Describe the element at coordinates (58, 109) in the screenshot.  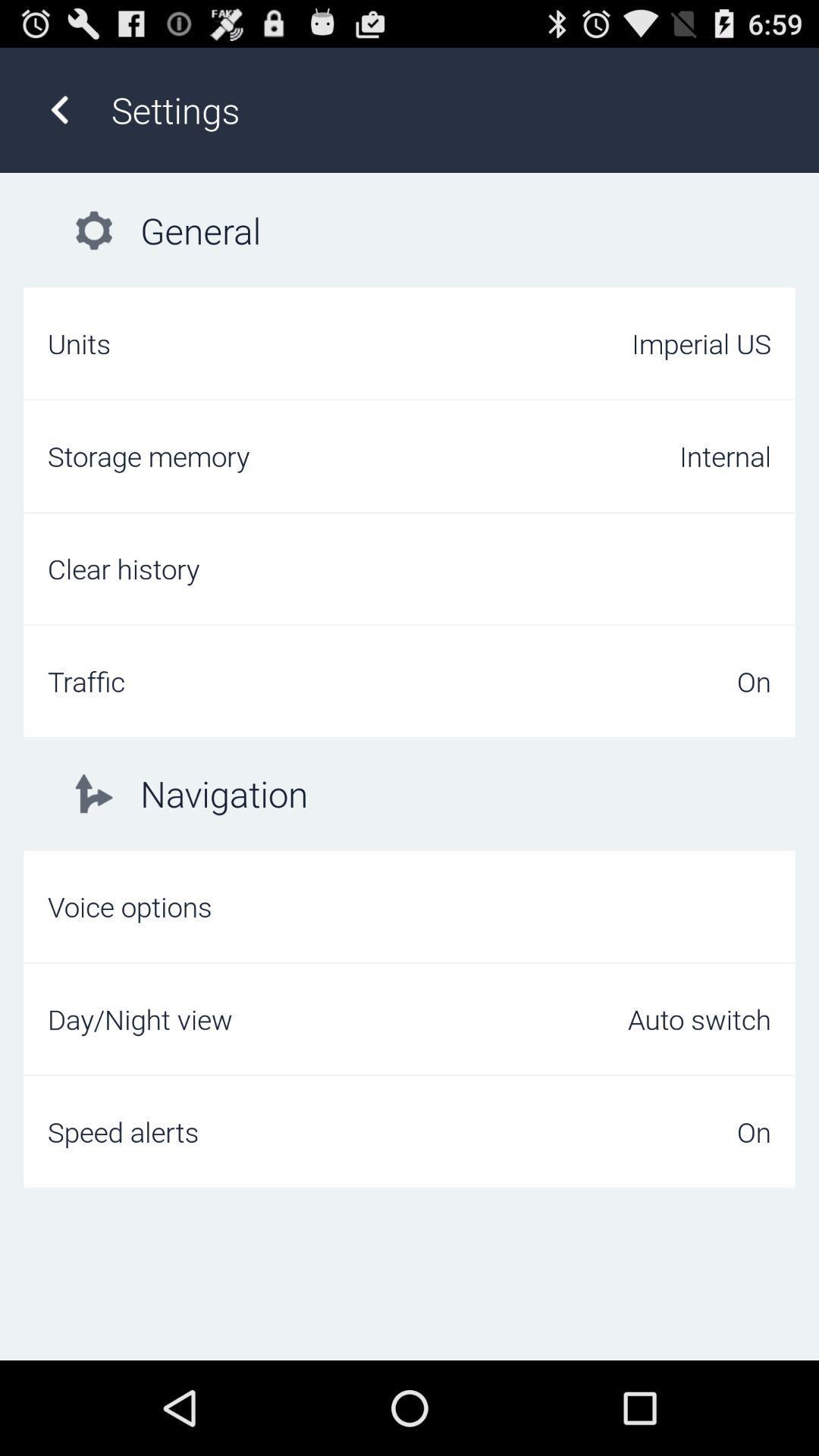
I see `the icon next to settings icon` at that location.